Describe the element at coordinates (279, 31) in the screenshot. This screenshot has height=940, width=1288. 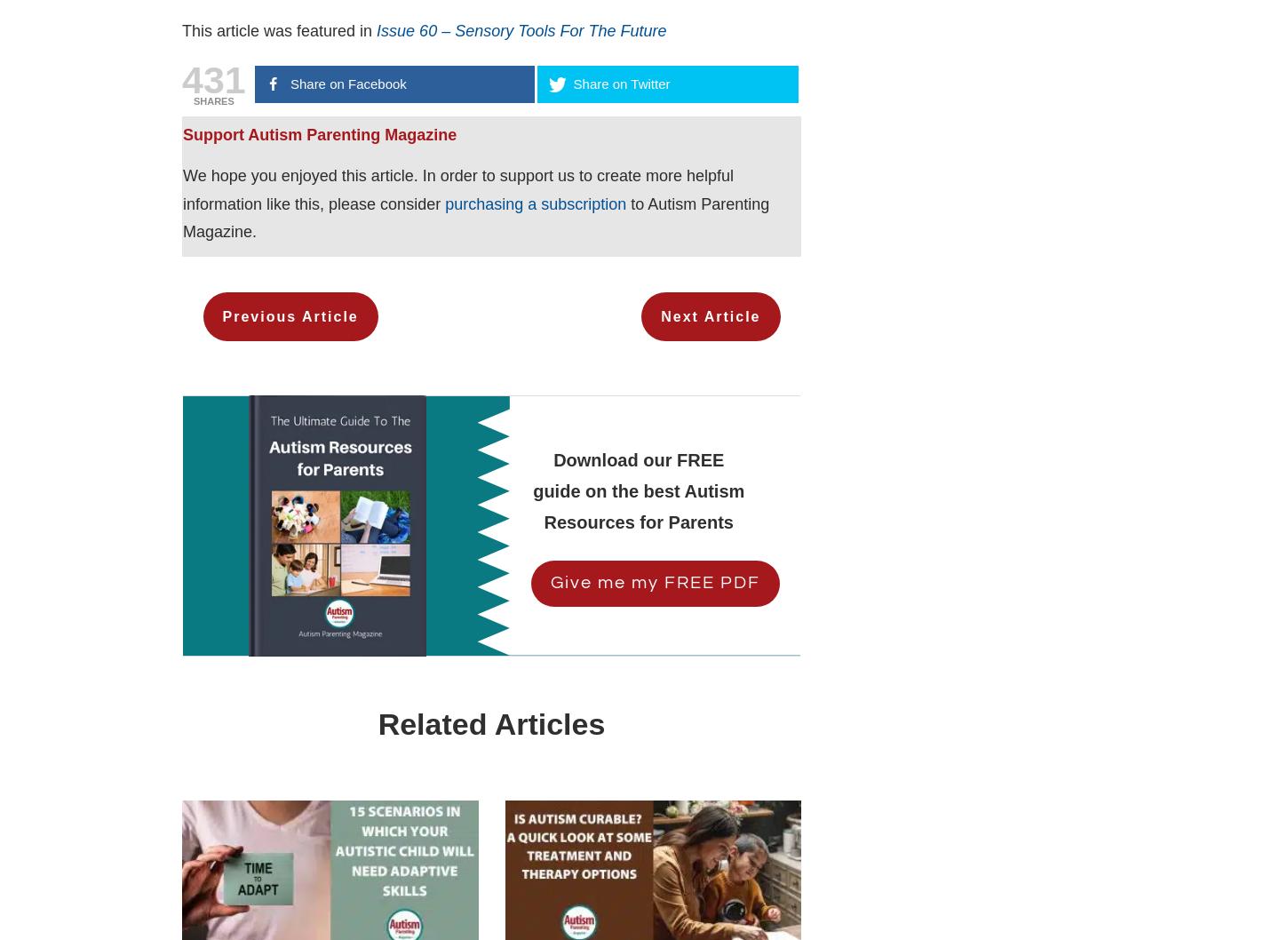
I see `'This article was featured in'` at that location.